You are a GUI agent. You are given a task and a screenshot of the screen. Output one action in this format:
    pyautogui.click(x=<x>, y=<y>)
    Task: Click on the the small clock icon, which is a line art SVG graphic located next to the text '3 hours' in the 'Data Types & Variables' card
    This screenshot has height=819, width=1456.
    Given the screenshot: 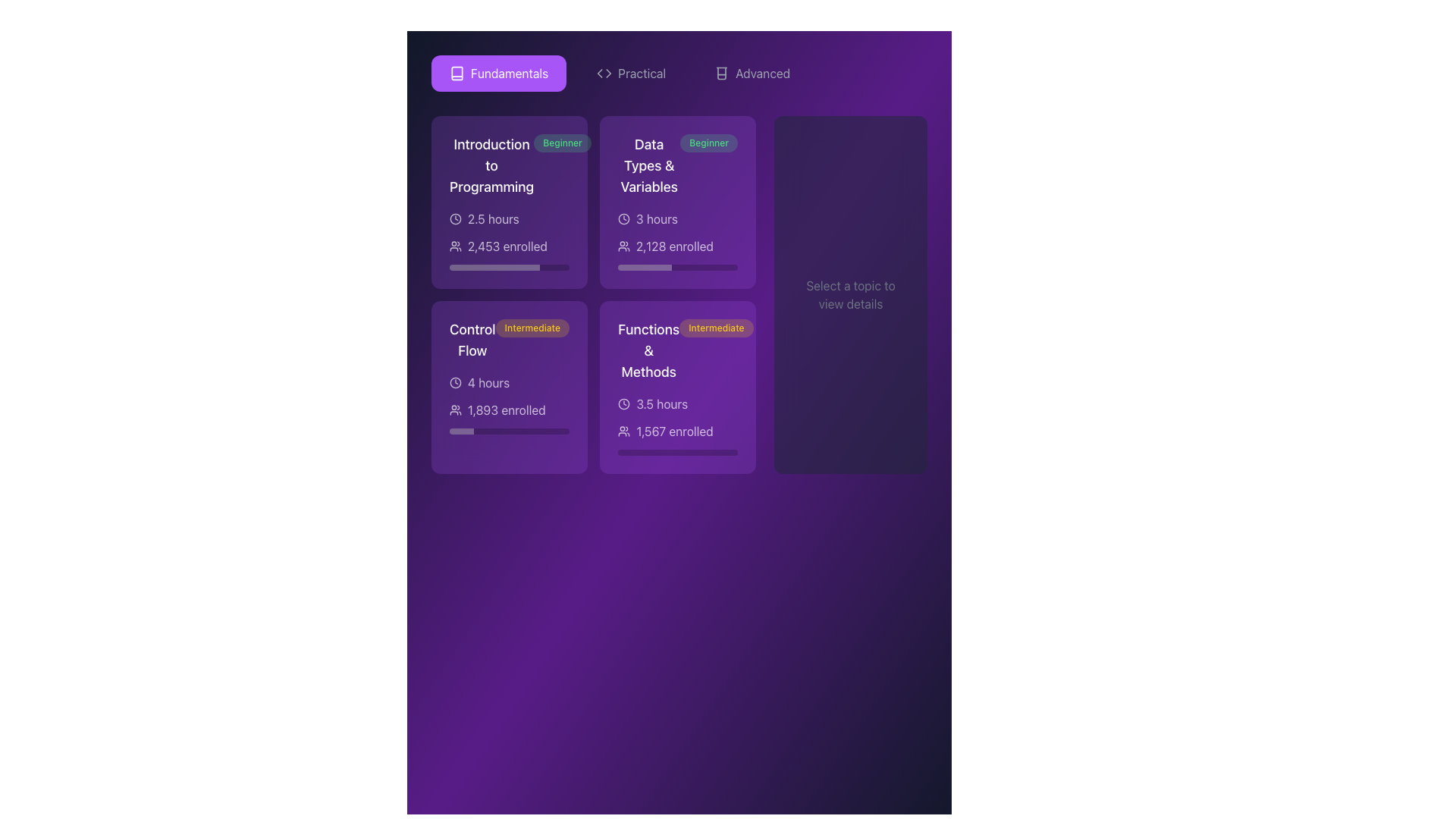 What is the action you would take?
    pyautogui.click(x=623, y=219)
    